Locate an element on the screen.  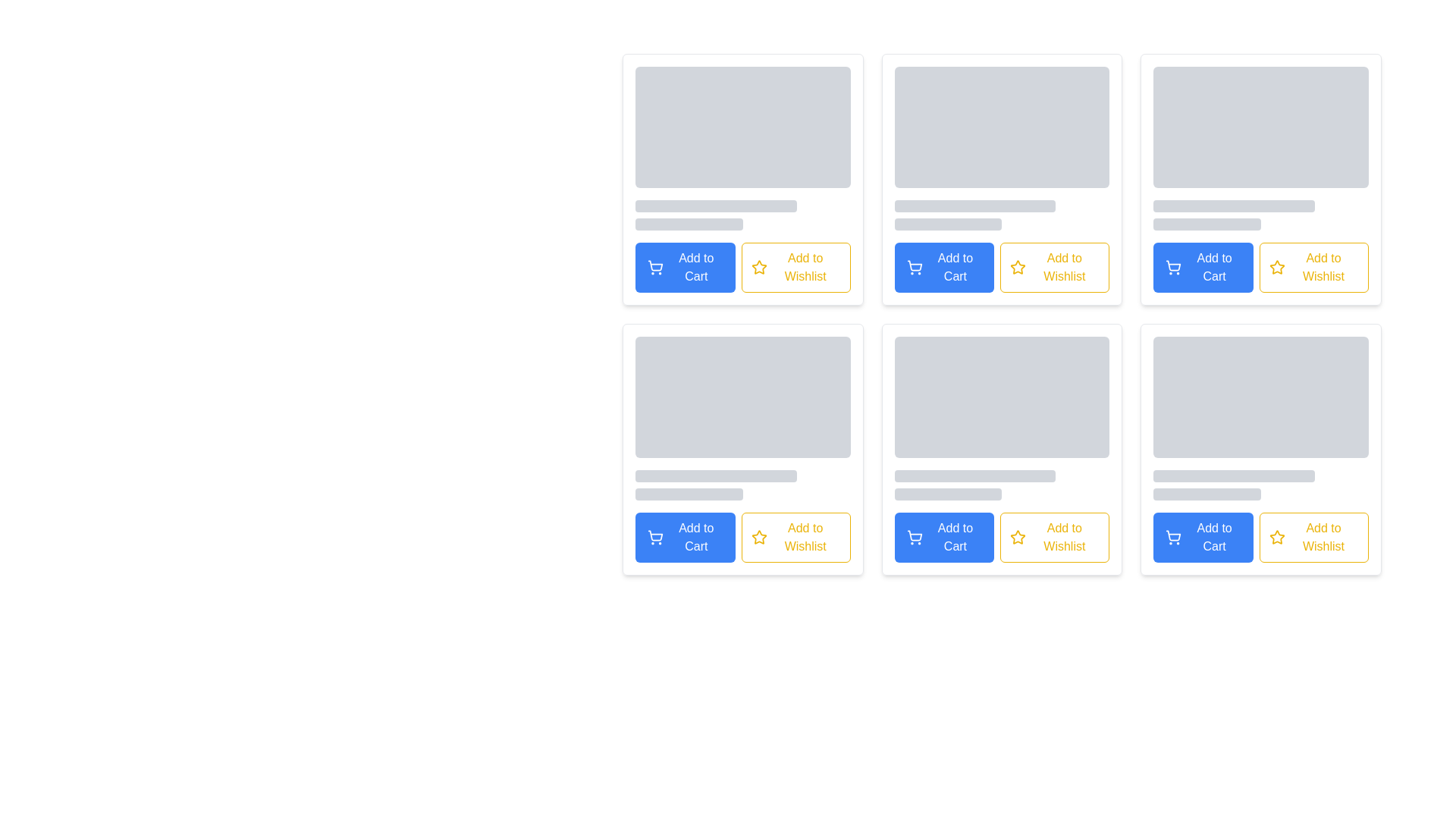
the star icon with a yellow outline inside the 'Add to Wishlist' button for tooltip or additional information is located at coordinates (1018, 267).